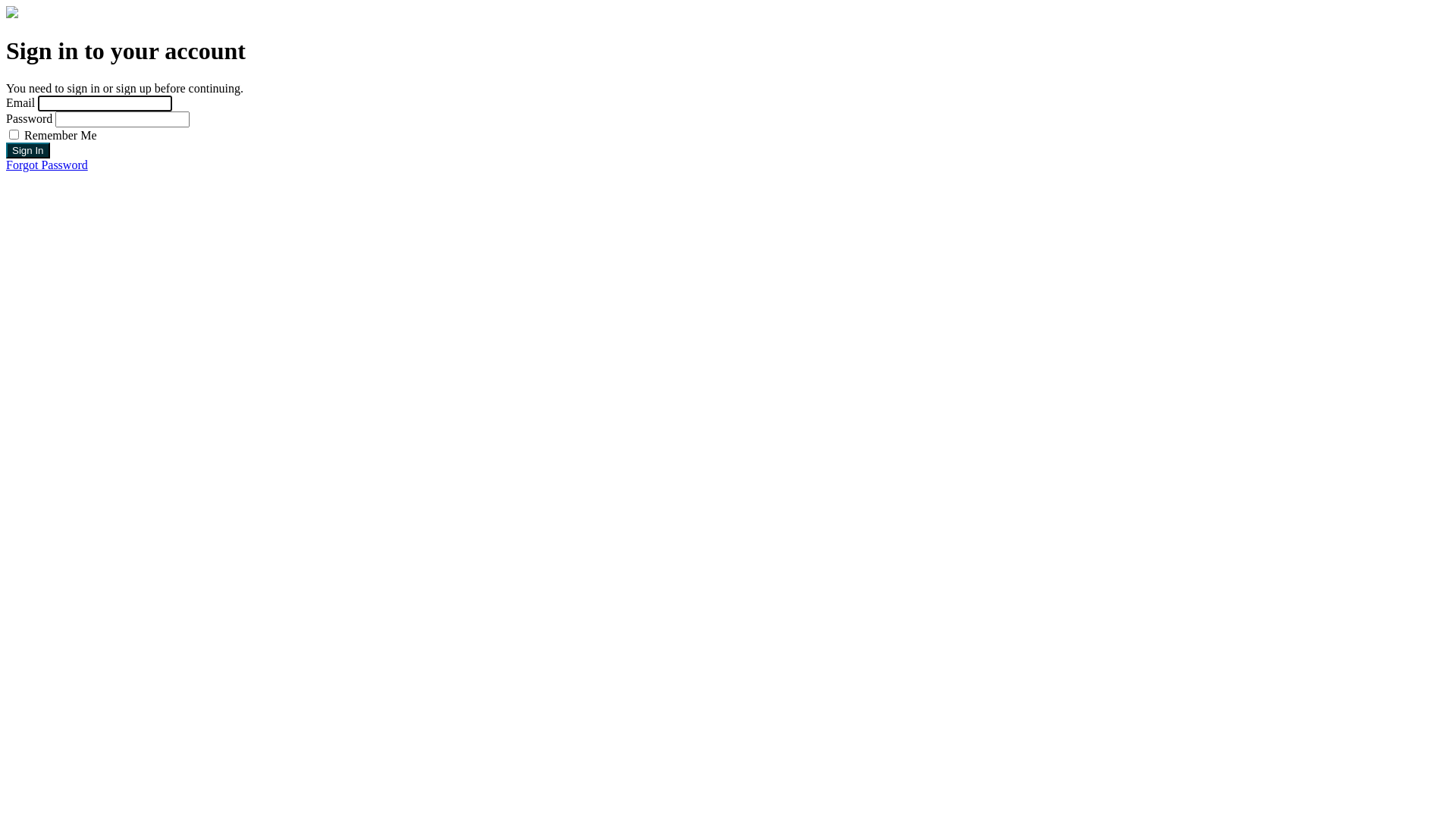 The height and width of the screenshot is (819, 1456). I want to click on 'Sign In', so click(28, 150).